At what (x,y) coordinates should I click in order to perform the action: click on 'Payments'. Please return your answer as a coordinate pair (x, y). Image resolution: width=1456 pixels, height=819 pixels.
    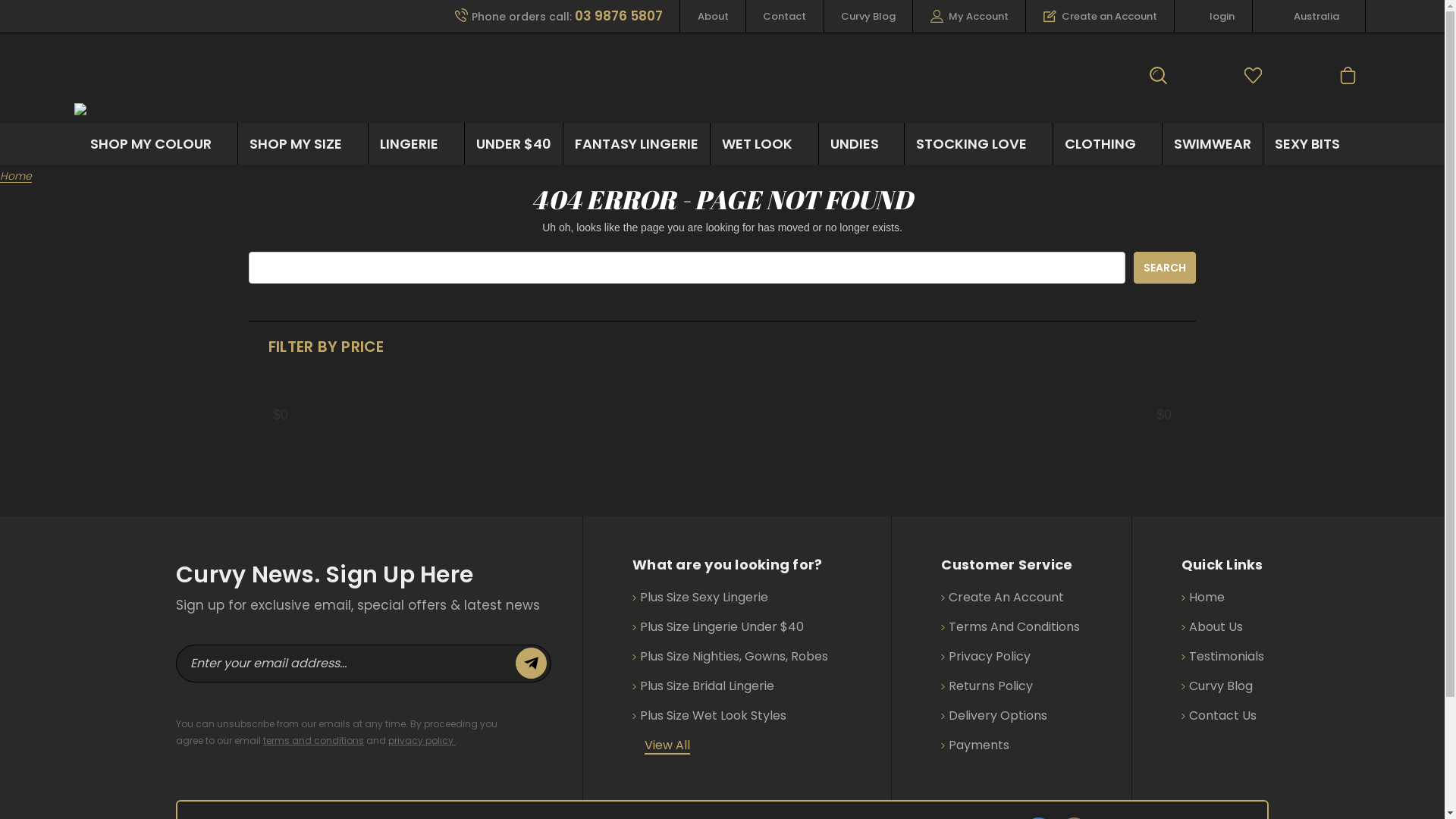
    Looking at the image, I should click on (975, 745).